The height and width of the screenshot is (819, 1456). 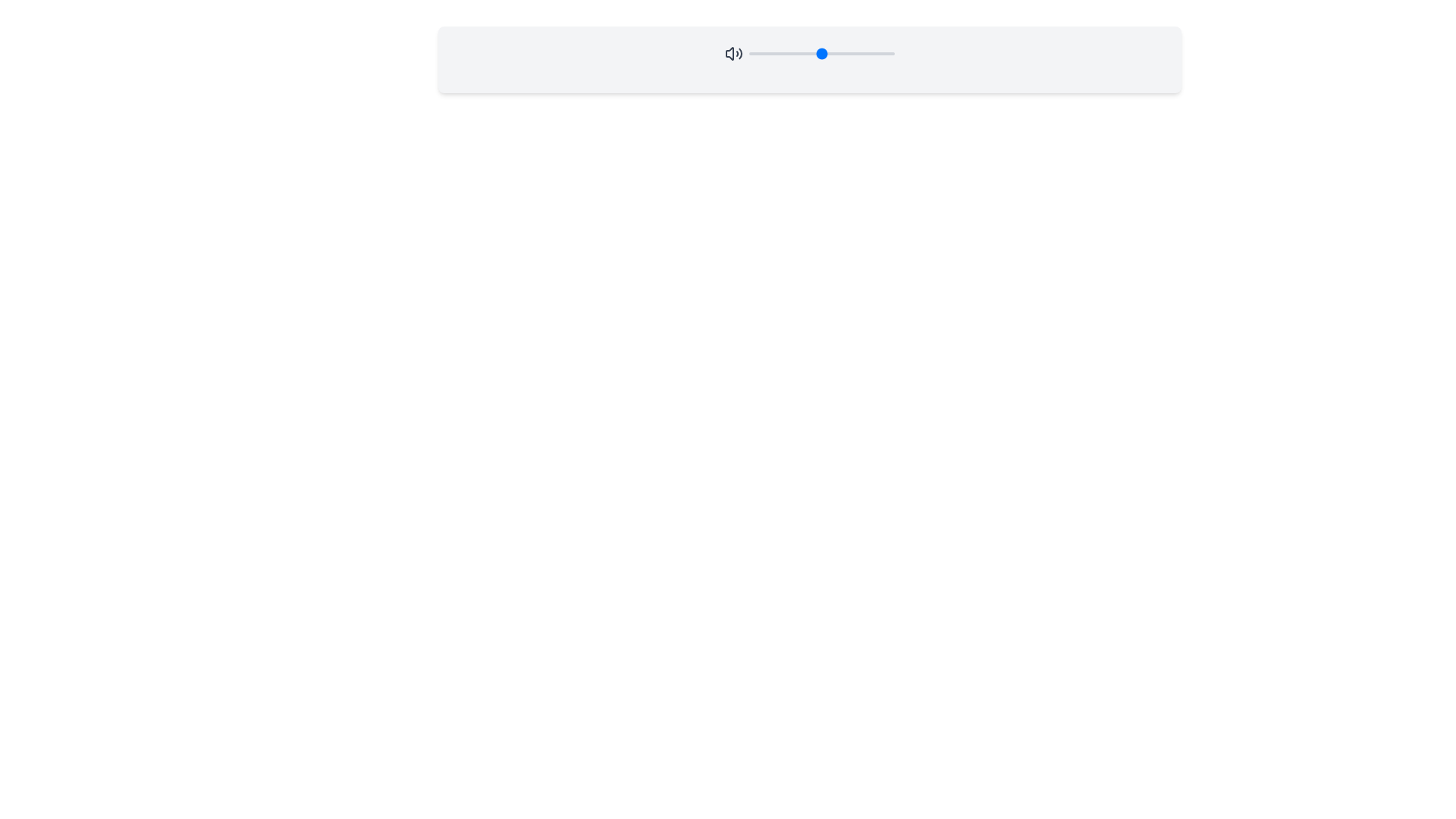 I want to click on the slider, so click(x=786, y=52).